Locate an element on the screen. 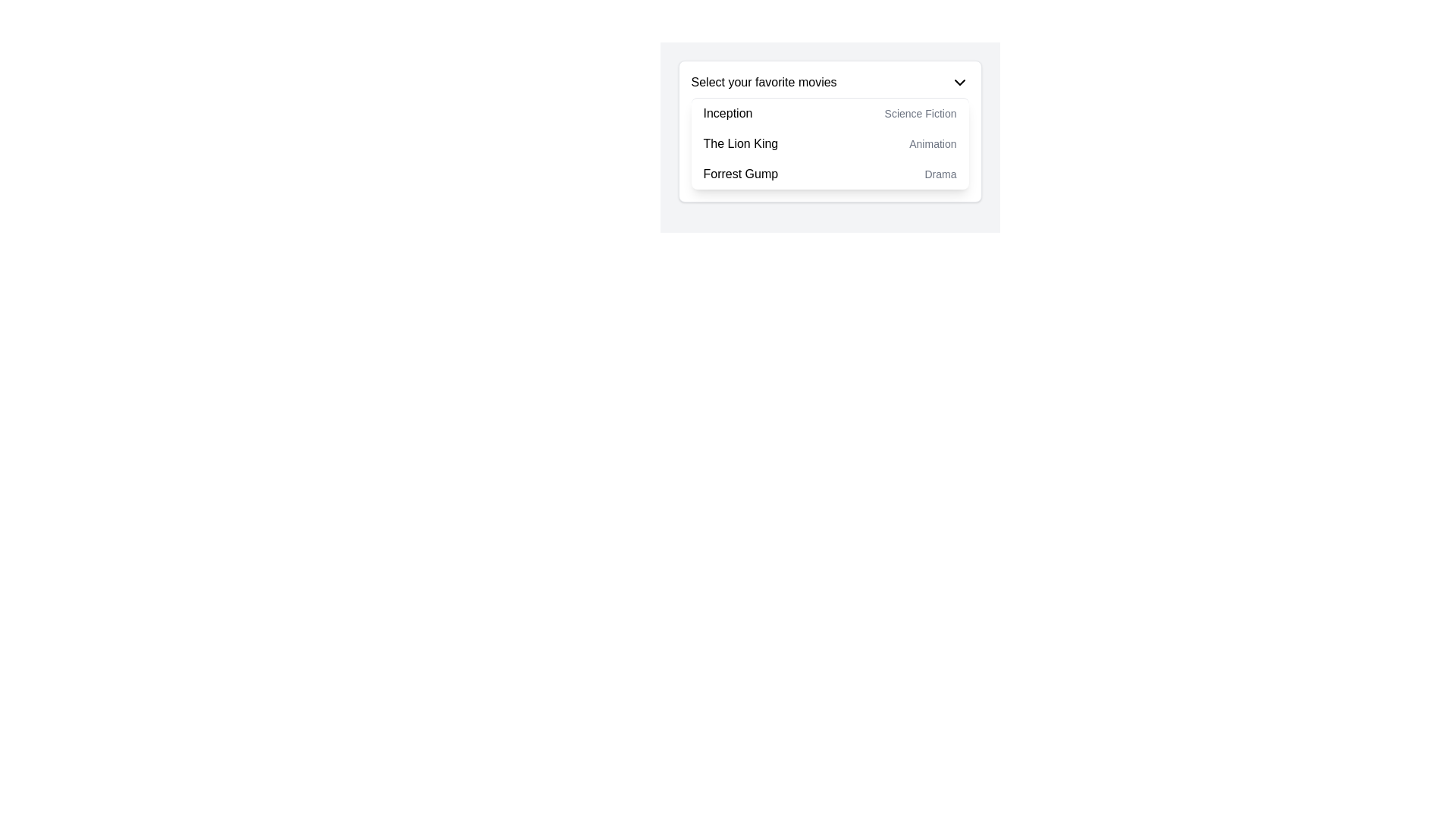 The height and width of the screenshot is (819, 1456). text label that guides the user in selecting their favorite movies from the dropdown menu, positioned at the top-left corner of the dropdown layout is located at coordinates (764, 82).